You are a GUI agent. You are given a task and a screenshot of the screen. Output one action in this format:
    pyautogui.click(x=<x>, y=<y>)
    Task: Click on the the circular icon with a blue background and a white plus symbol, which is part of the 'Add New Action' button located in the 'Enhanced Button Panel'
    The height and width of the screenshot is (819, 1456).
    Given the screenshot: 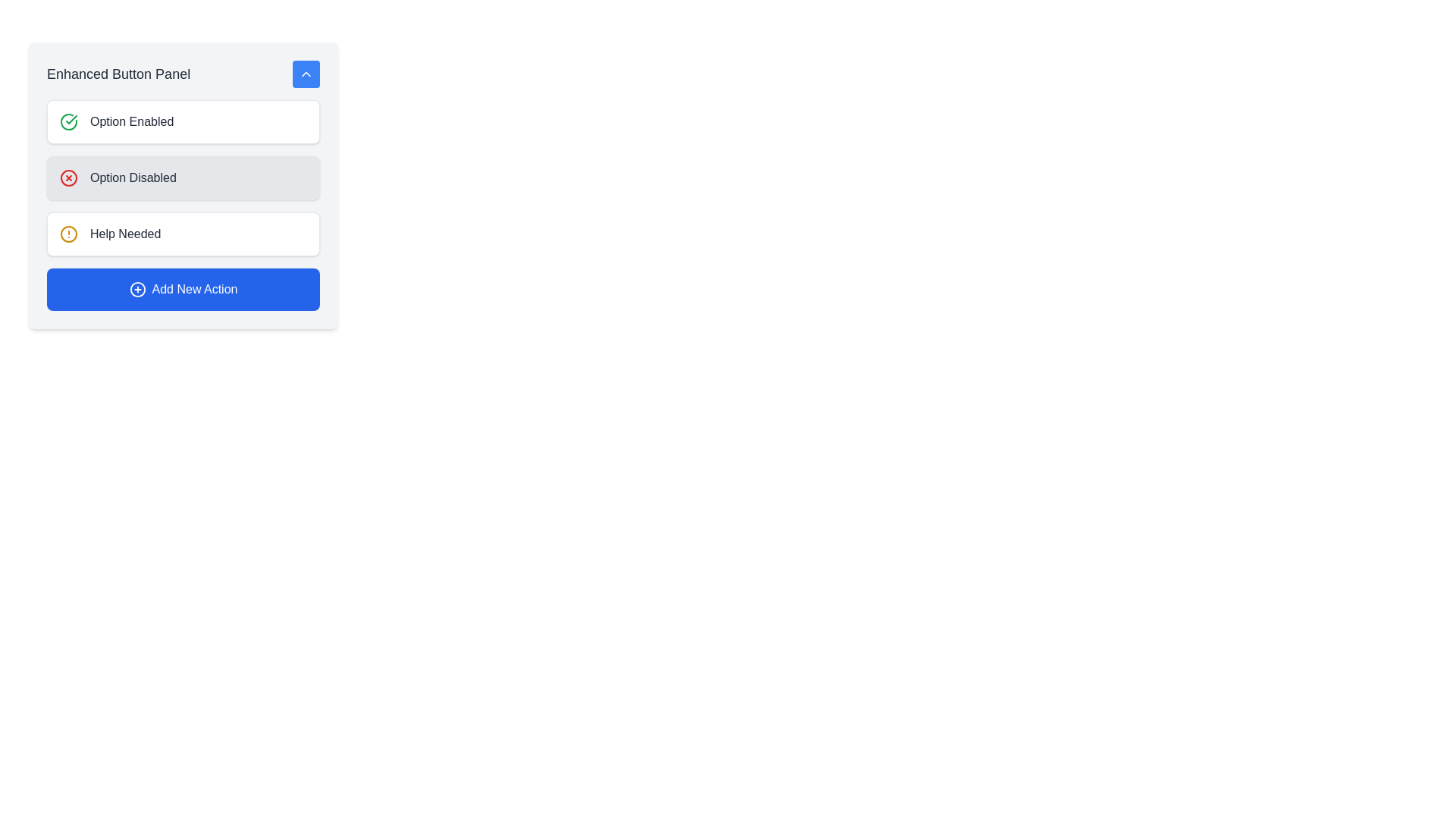 What is the action you would take?
    pyautogui.click(x=137, y=289)
    